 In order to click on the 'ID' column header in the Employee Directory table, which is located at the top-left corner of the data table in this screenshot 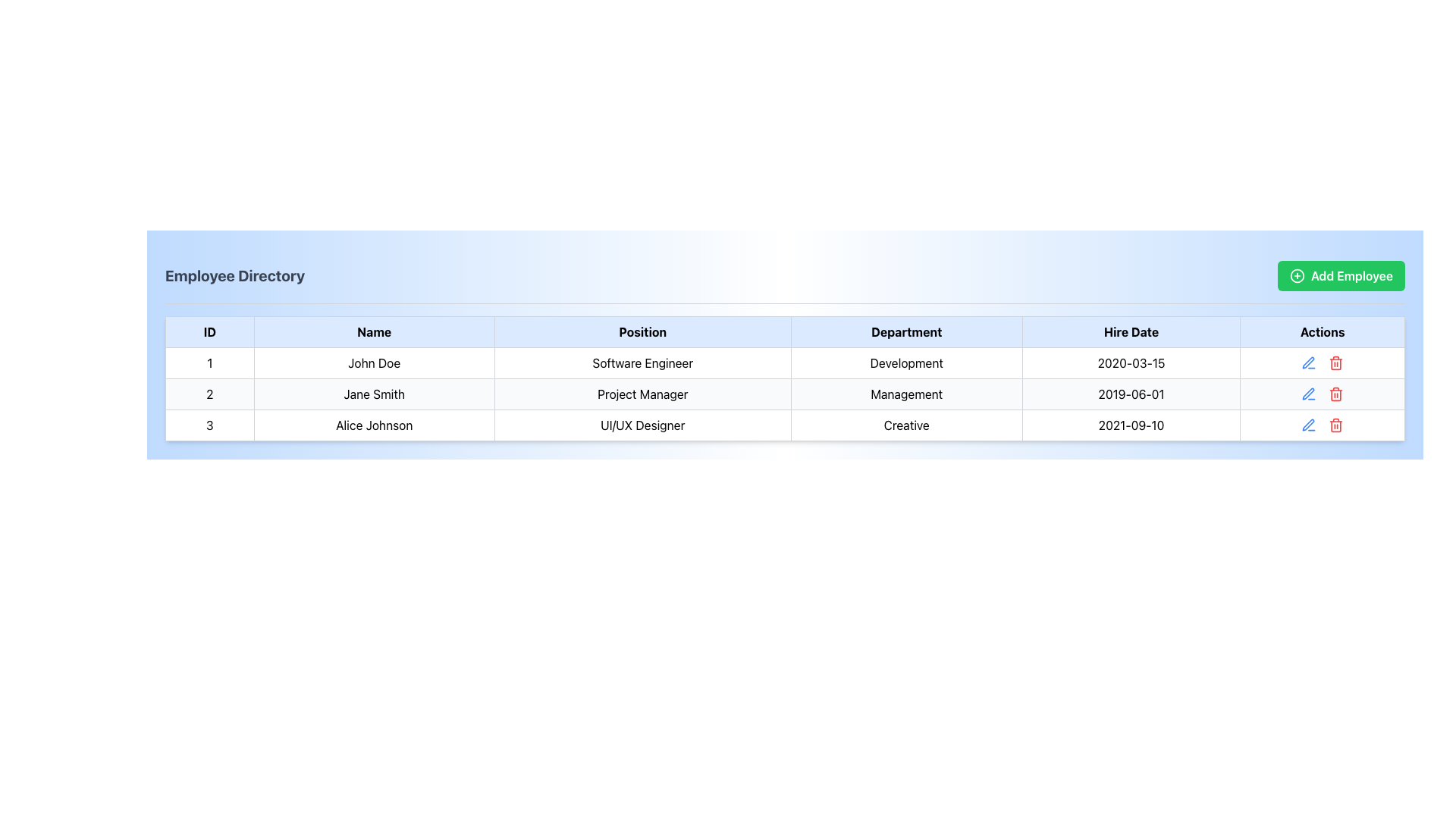, I will do `click(209, 331)`.